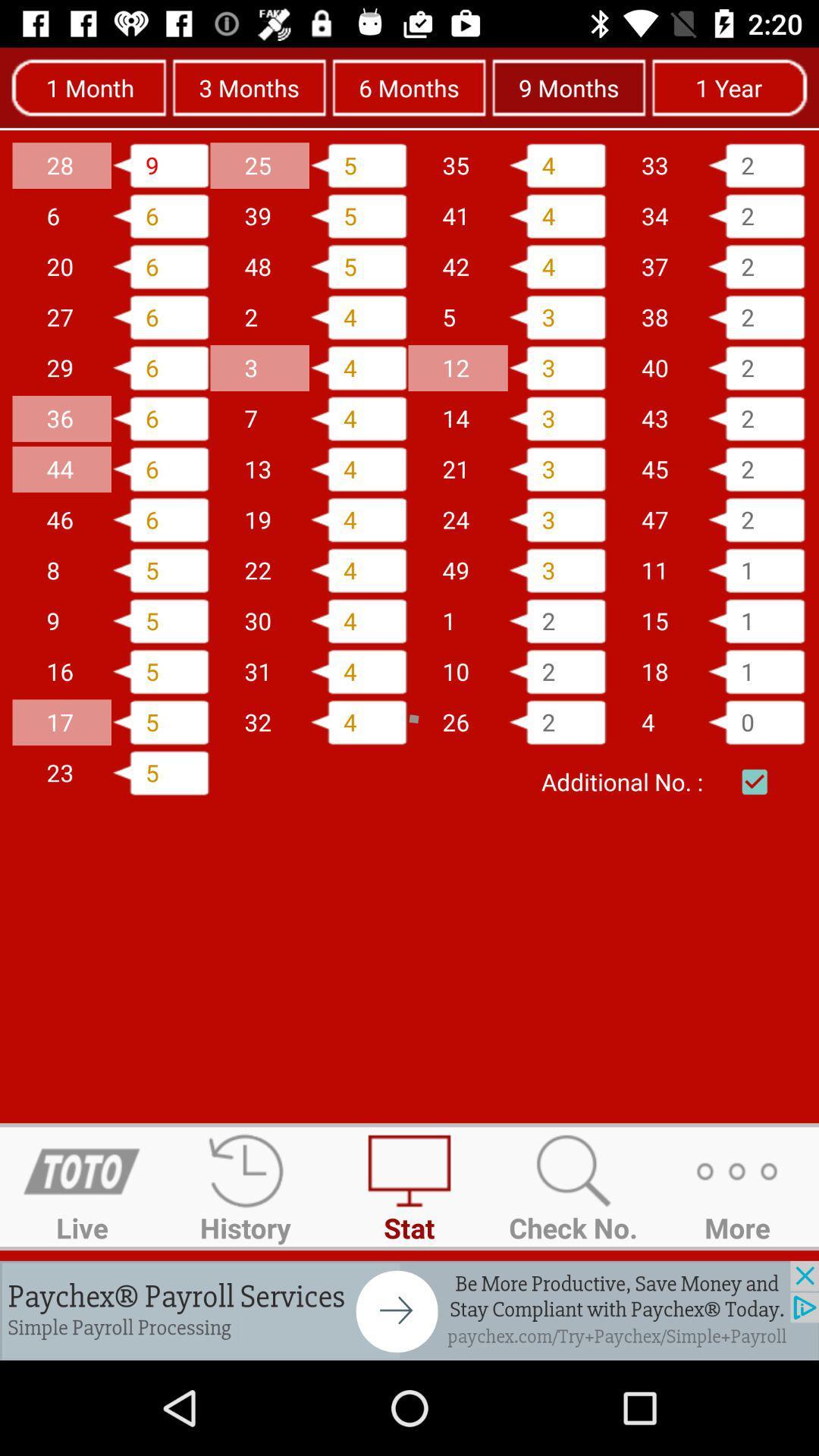  I want to click on option, so click(755, 782).